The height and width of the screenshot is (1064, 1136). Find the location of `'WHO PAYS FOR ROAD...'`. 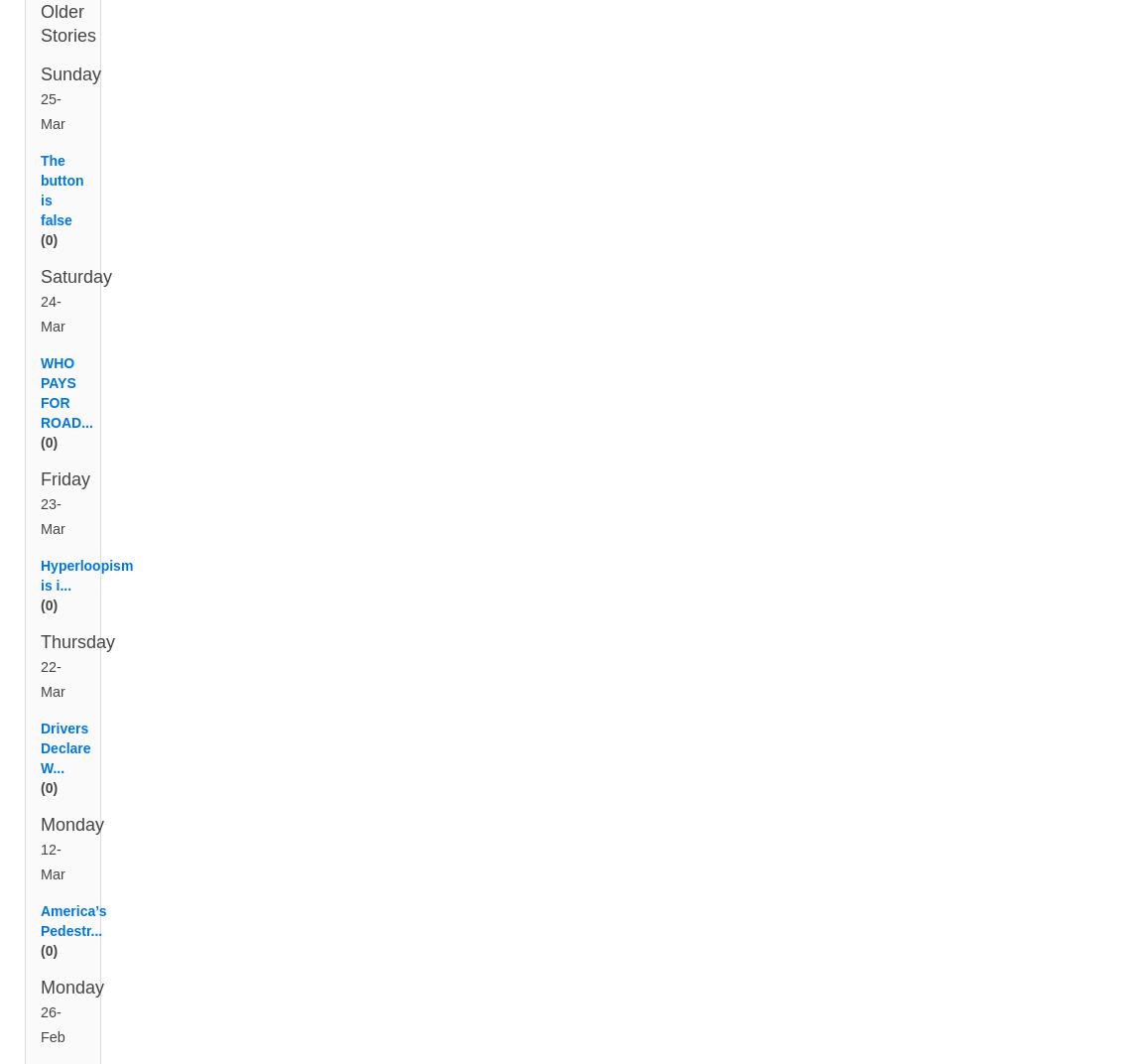

'WHO PAYS FOR ROAD...' is located at coordinates (65, 416).